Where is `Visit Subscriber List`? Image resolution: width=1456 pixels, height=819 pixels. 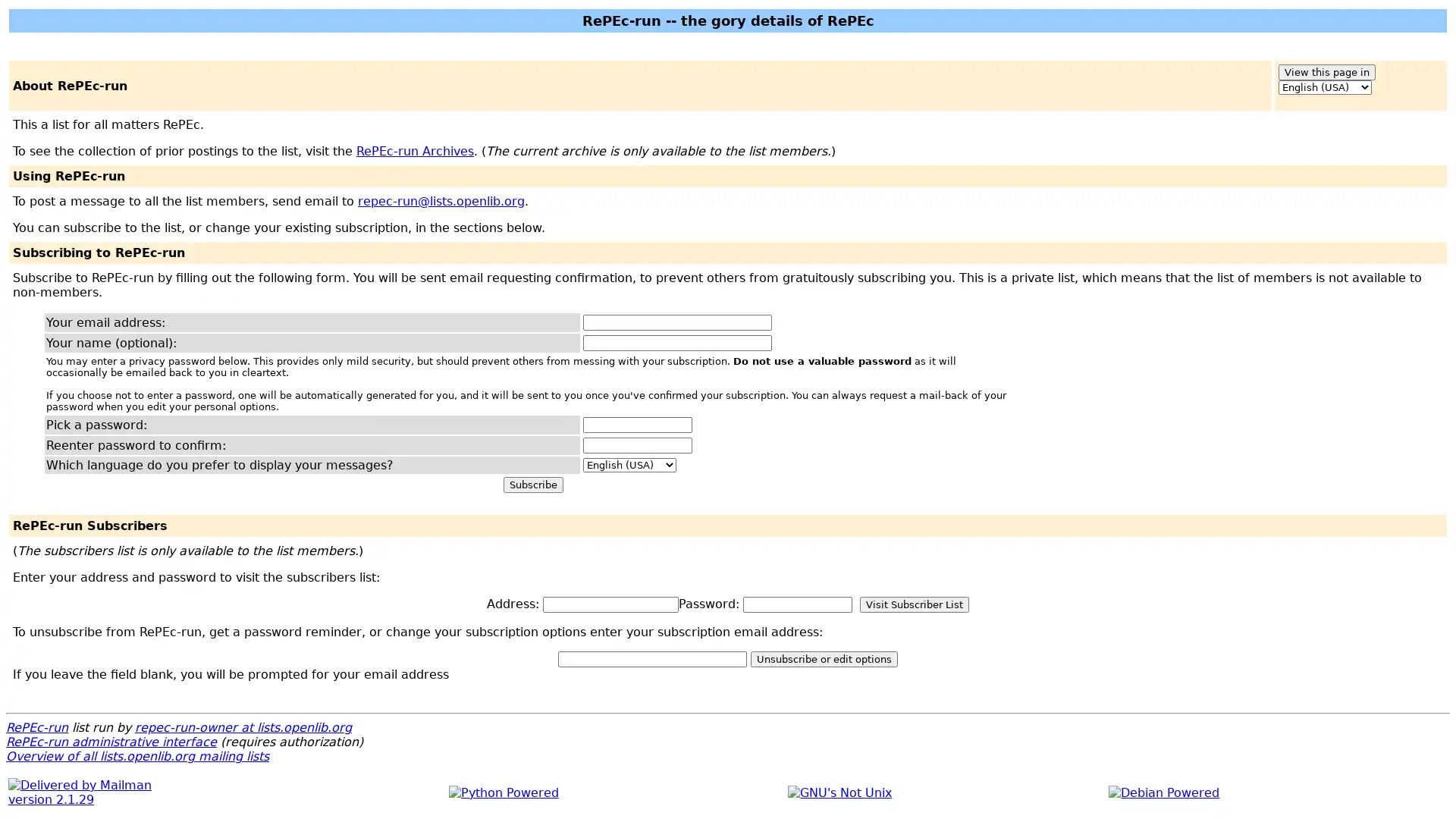 Visit Subscriber List is located at coordinates (913, 604).